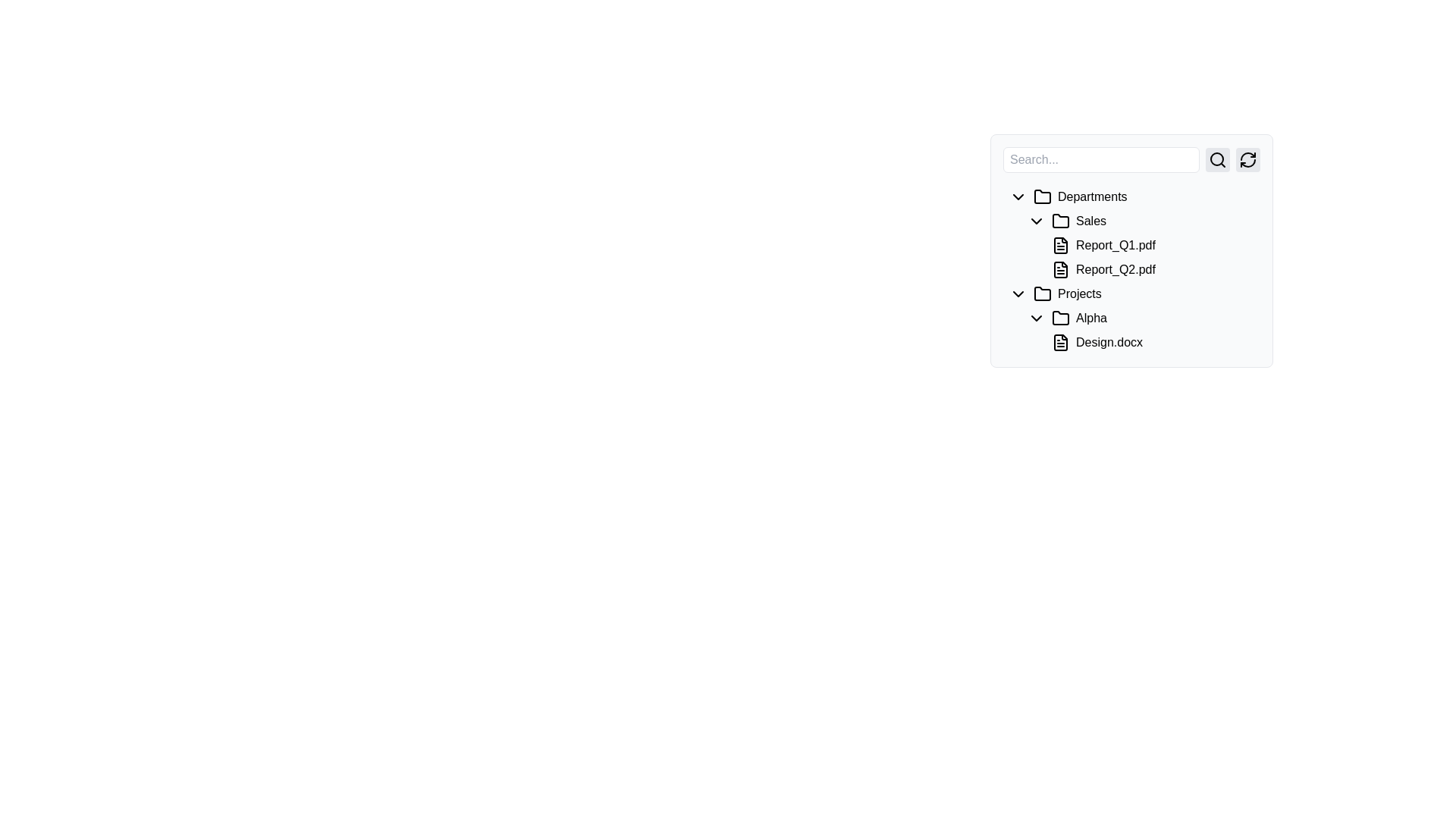 The width and height of the screenshot is (1456, 819). I want to click on the refresh button located in the top-right corner of the sidebar panel, adjacent to the search bar and following the magnifying glass icon, to refresh the content, so click(1248, 160).